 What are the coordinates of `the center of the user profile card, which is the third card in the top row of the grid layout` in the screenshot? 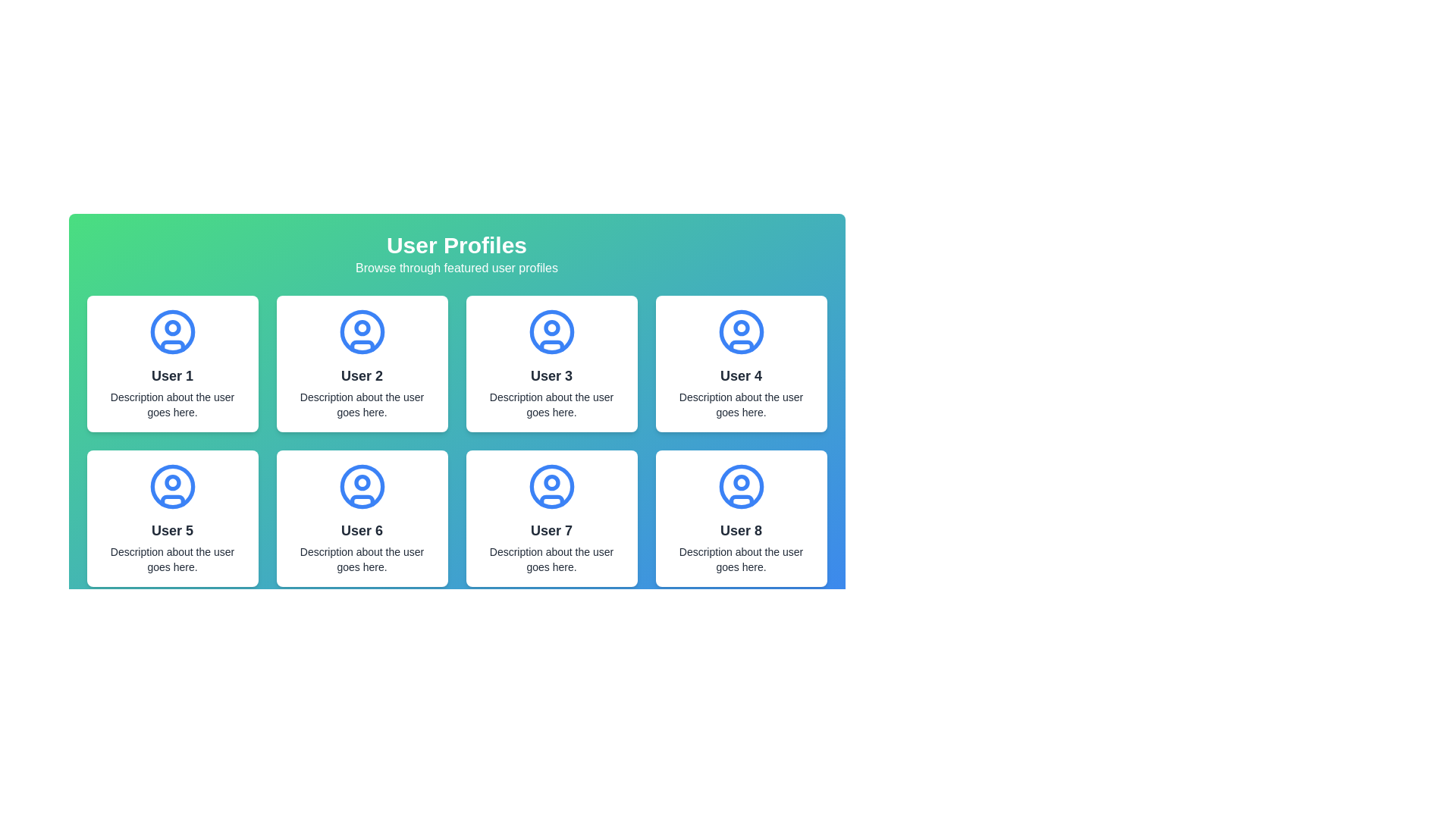 It's located at (551, 363).